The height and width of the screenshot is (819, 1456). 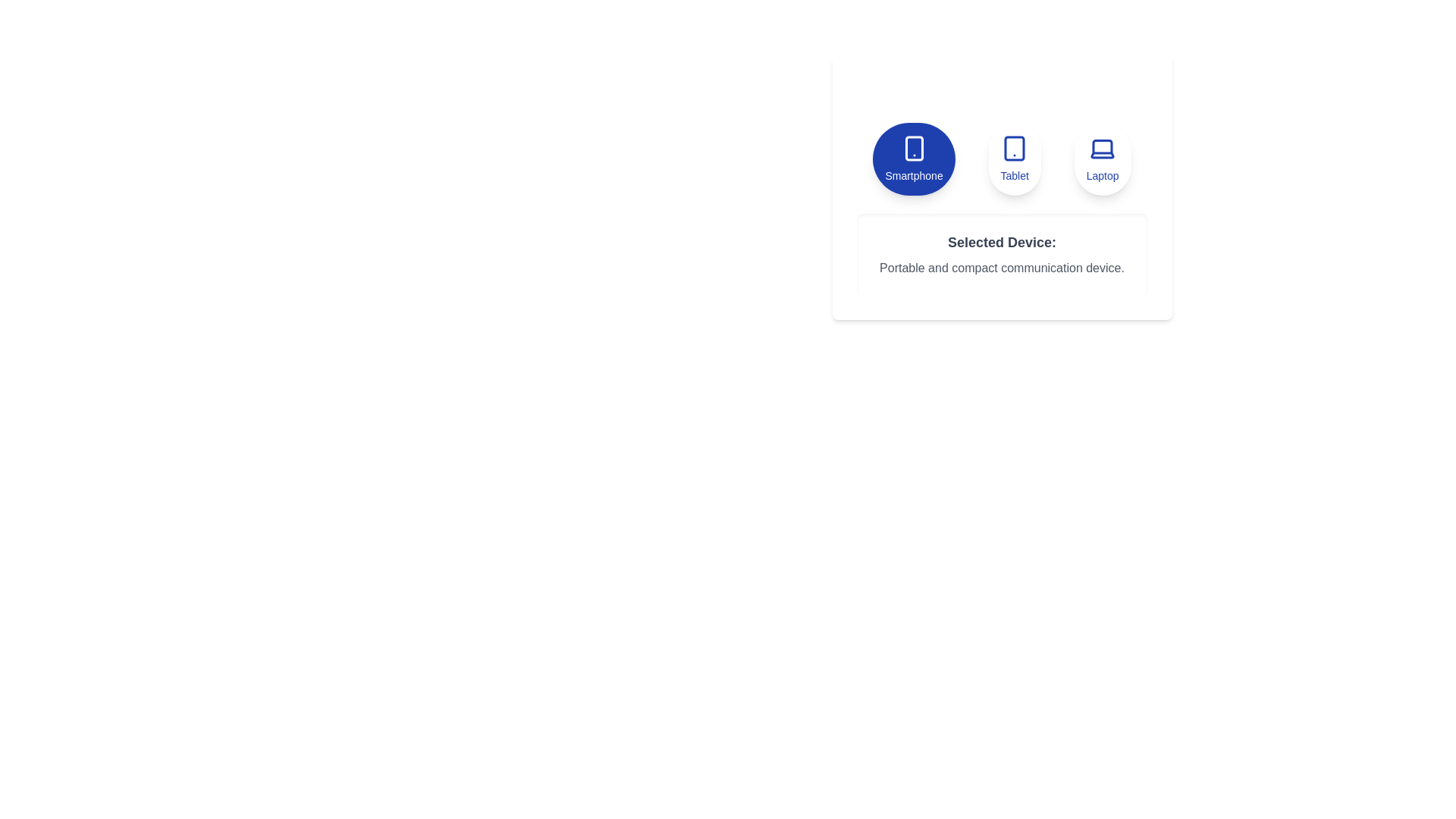 I want to click on the device Smartphone by clicking the corresponding button, so click(x=913, y=158).